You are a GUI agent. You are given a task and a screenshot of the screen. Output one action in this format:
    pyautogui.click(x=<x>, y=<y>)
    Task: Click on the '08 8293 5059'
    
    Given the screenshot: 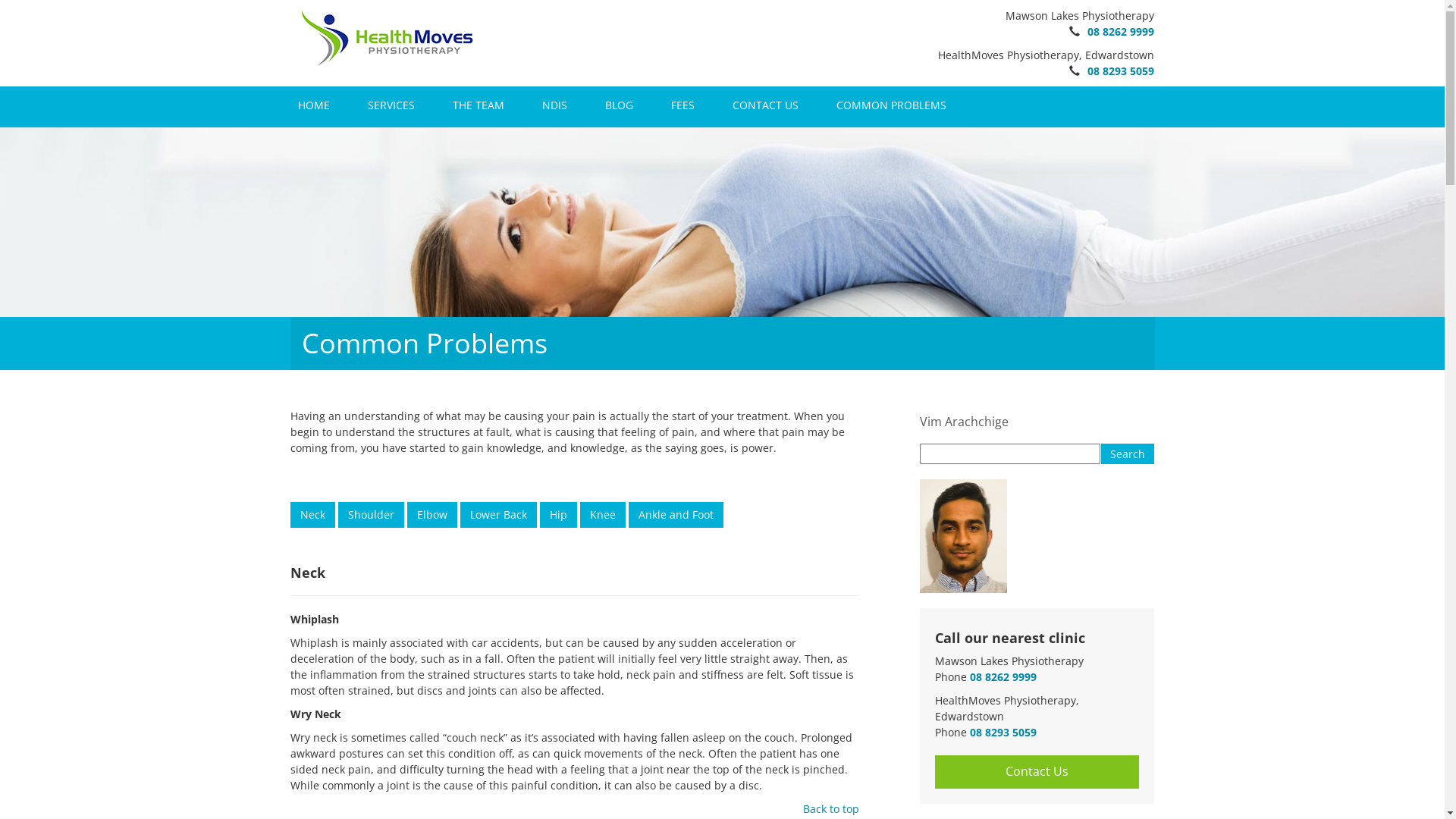 What is the action you would take?
    pyautogui.click(x=1121, y=71)
    